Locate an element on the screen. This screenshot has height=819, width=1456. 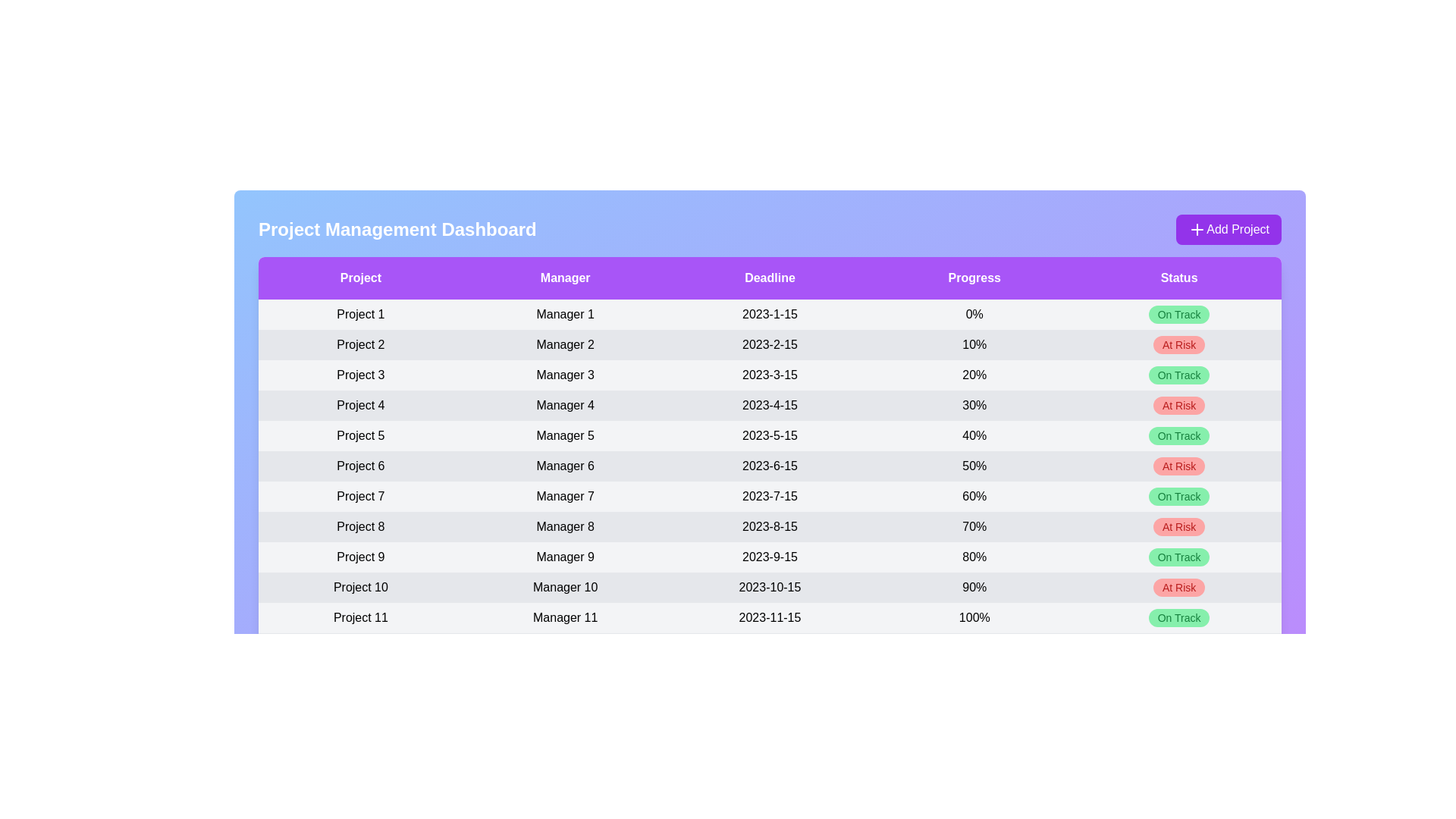
the column header labeled Deadline to sort the table by that column is located at coordinates (770, 278).